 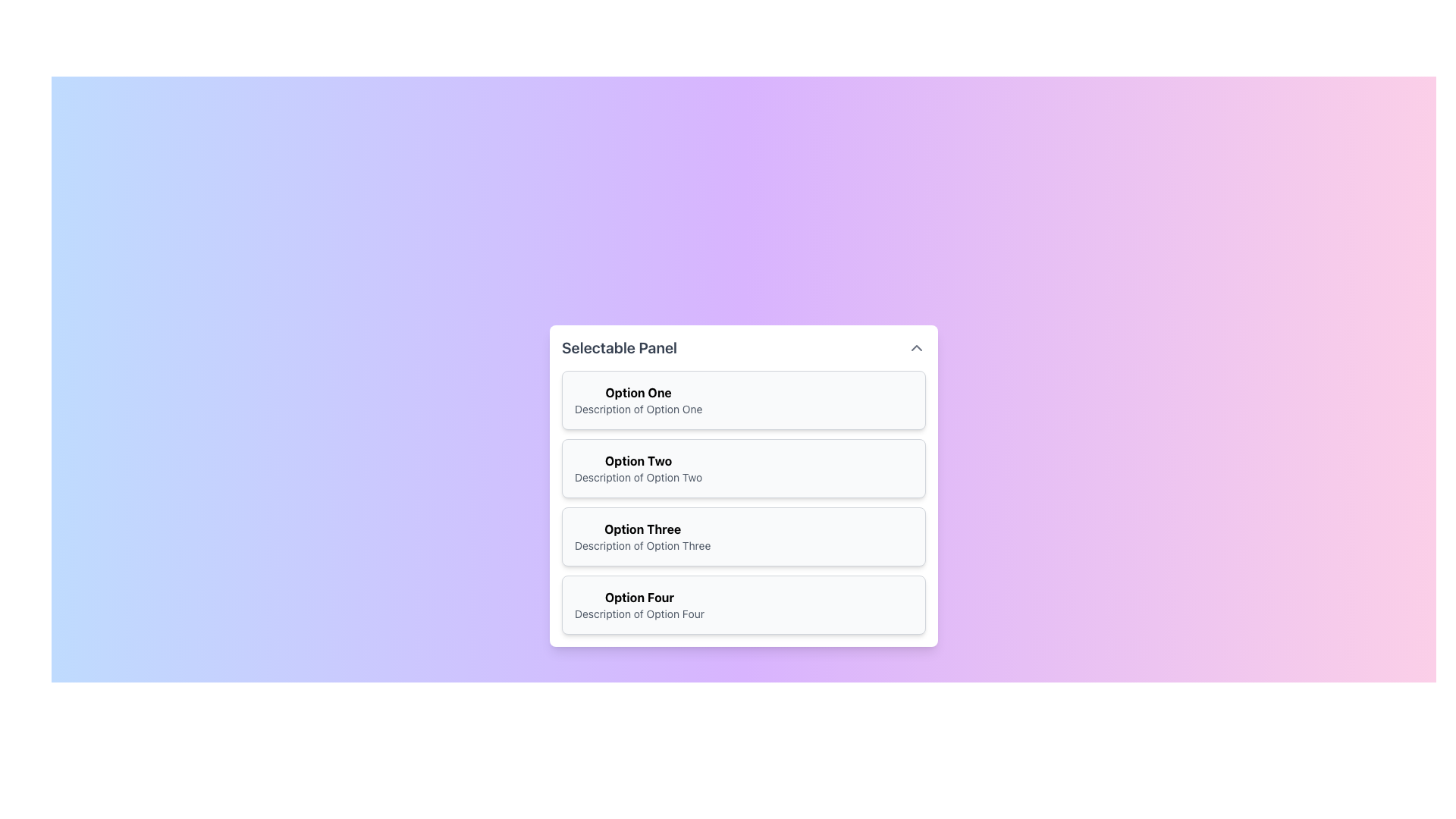 What do you see at coordinates (743, 604) in the screenshot?
I see `the fourth selectable list item in a vertically stacked list` at bounding box center [743, 604].